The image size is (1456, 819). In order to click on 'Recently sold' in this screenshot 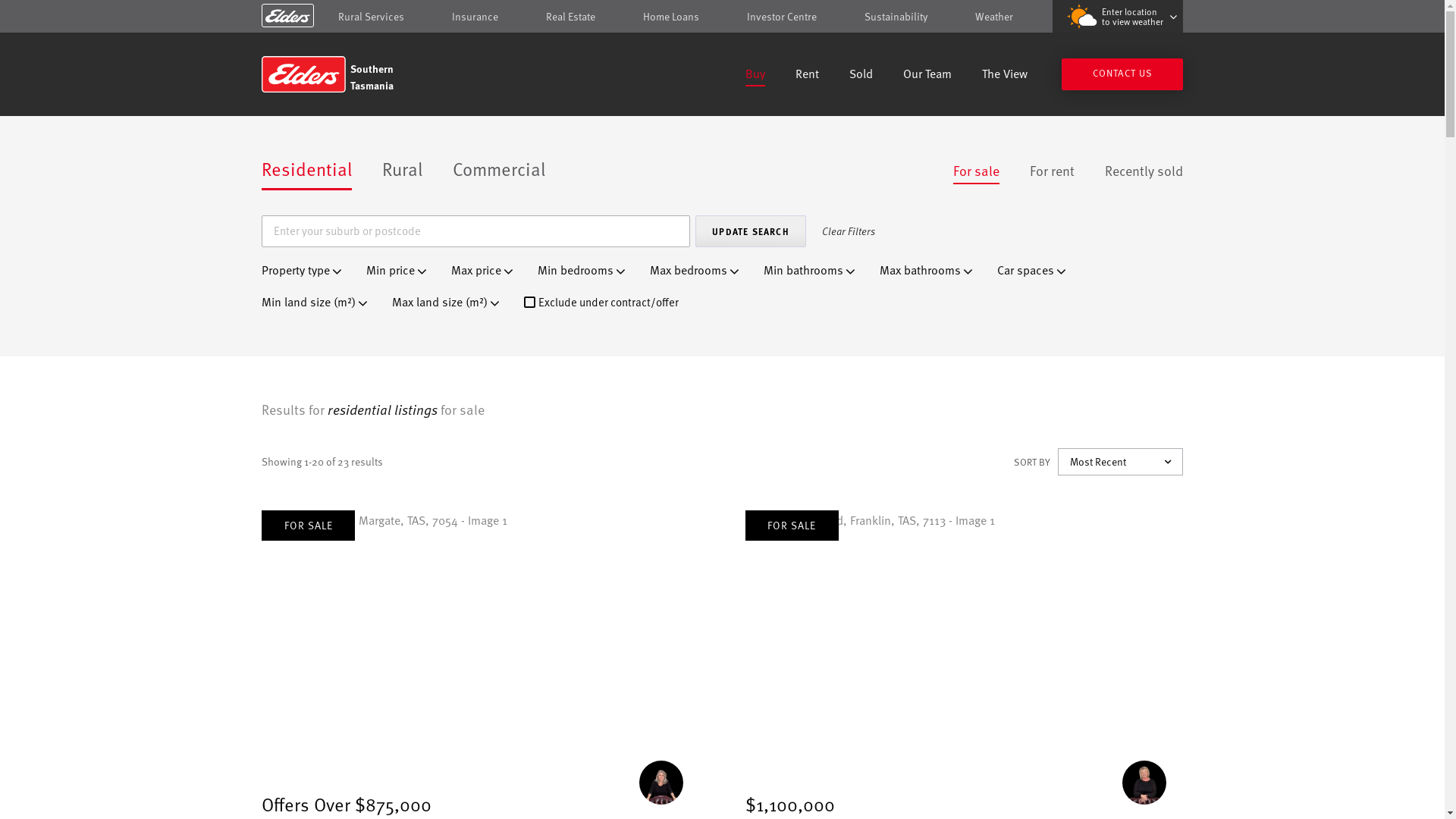, I will do `click(1144, 171)`.